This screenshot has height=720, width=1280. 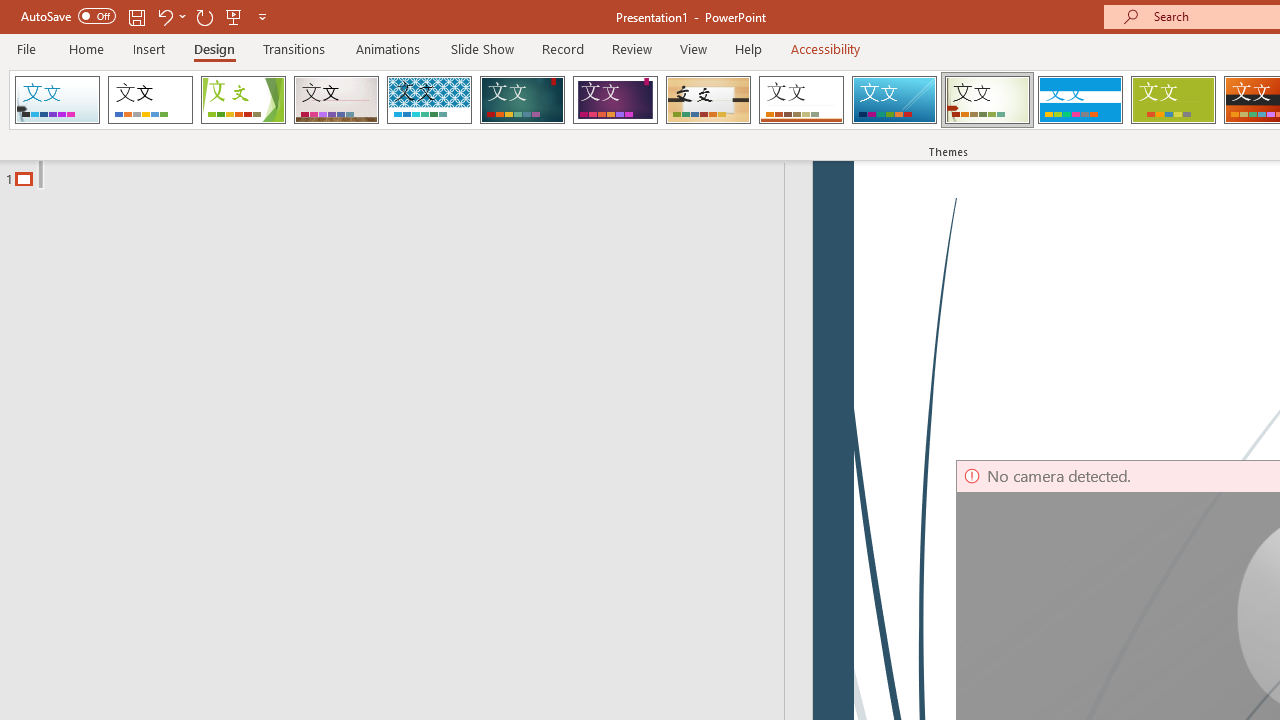 I want to click on 'Integral', so click(x=428, y=100).